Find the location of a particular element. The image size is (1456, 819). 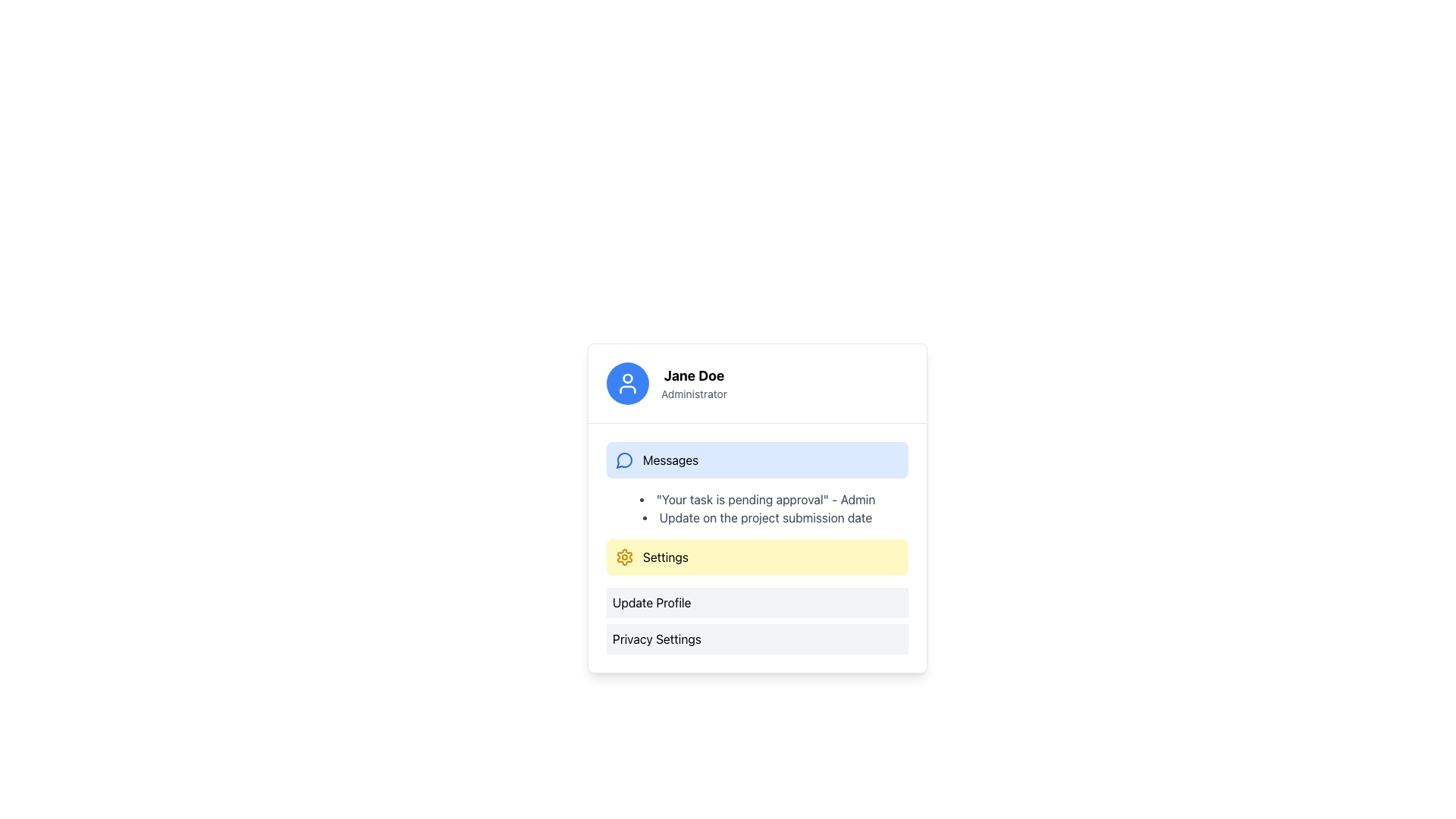

the text block containing the message 'Your task is pending approval' - Admin and the update note 'Update on the project submission date', which is styled in gray and positioned between the 'Messages' section and the 'Settings' button is located at coordinates (757, 509).